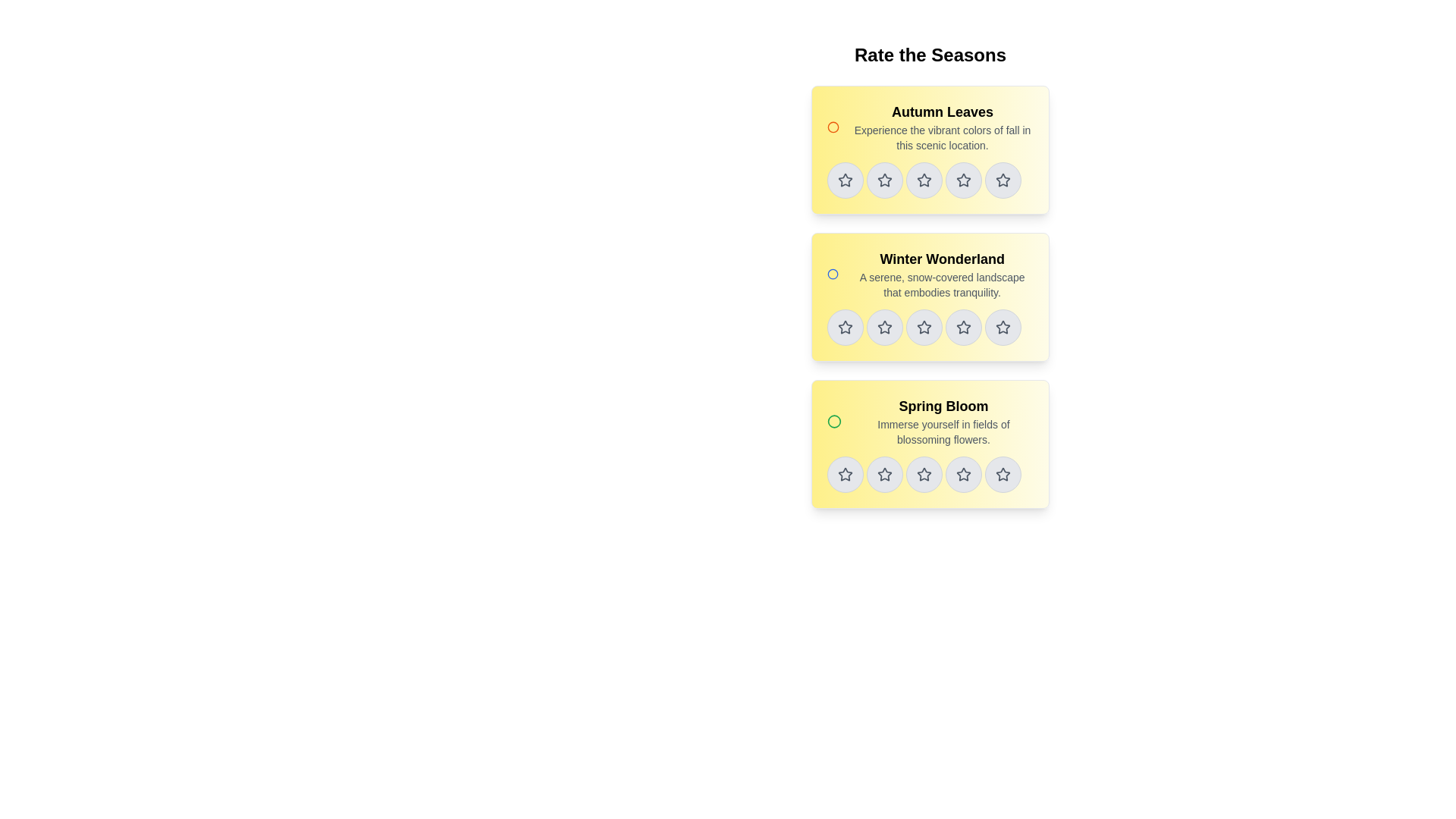  I want to click on the circular button with a light gray background and a star-shaped icon outlined in darker gray, which is the last button in the row under the 'Winter Wonderland' heading, so click(1003, 327).